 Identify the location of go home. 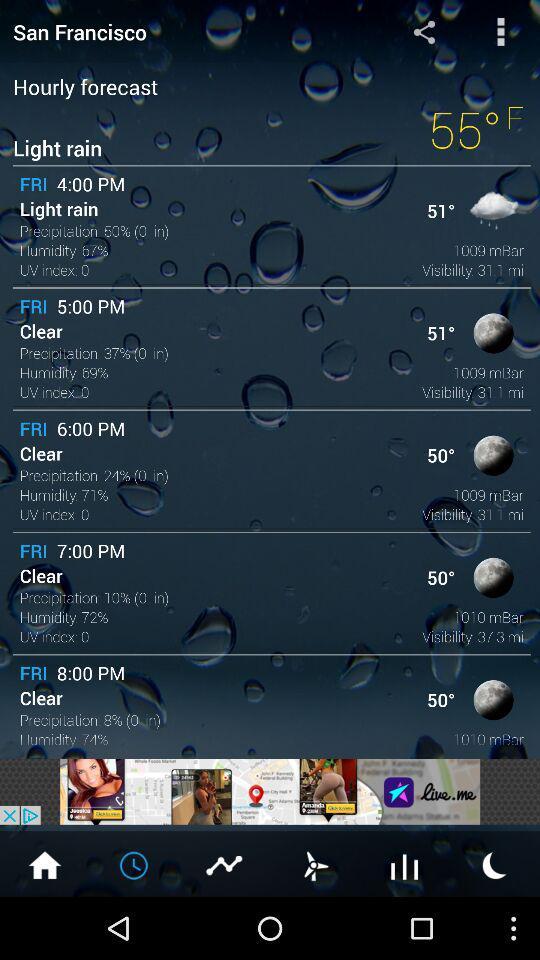
(44, 863).